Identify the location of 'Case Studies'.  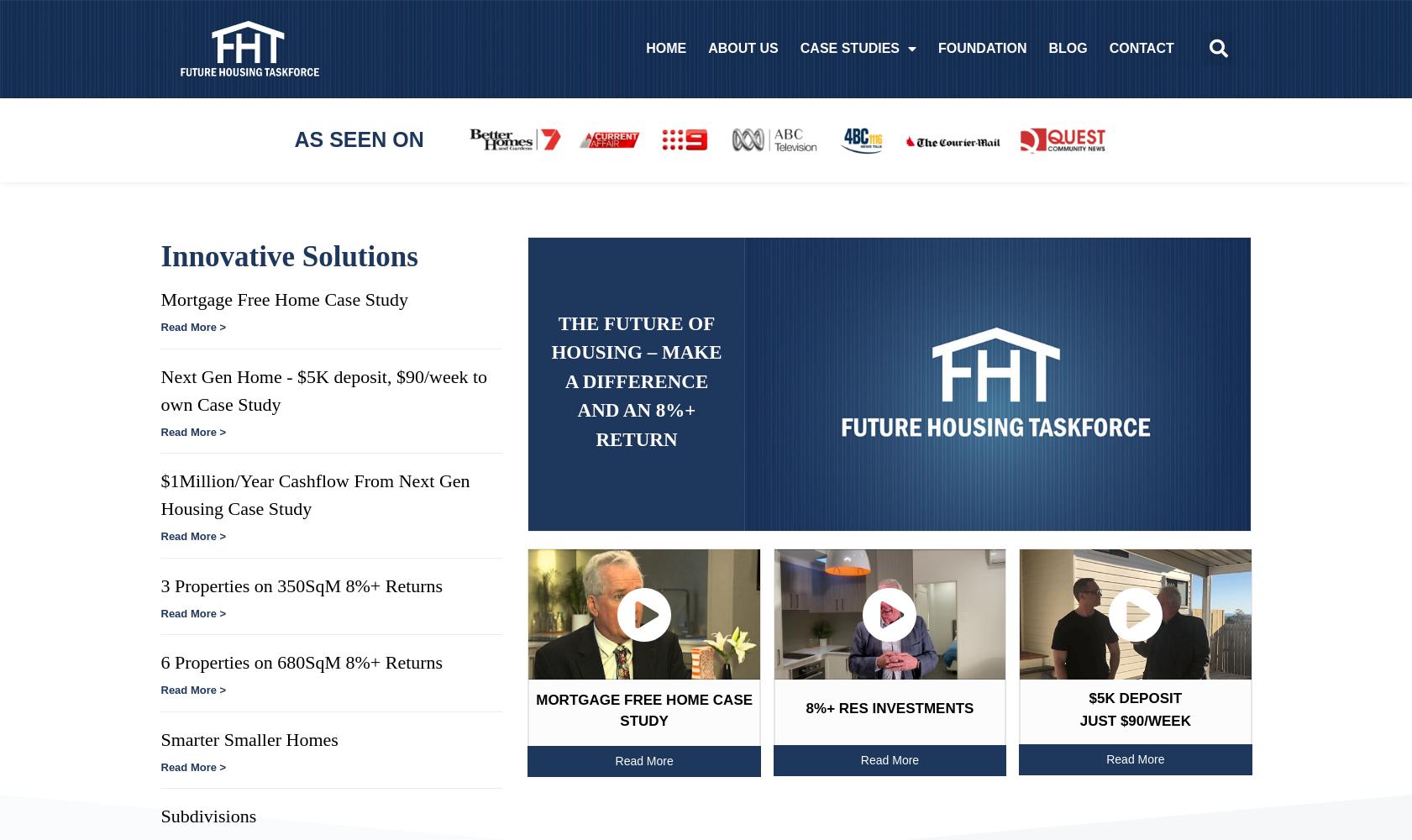
(846, 49).